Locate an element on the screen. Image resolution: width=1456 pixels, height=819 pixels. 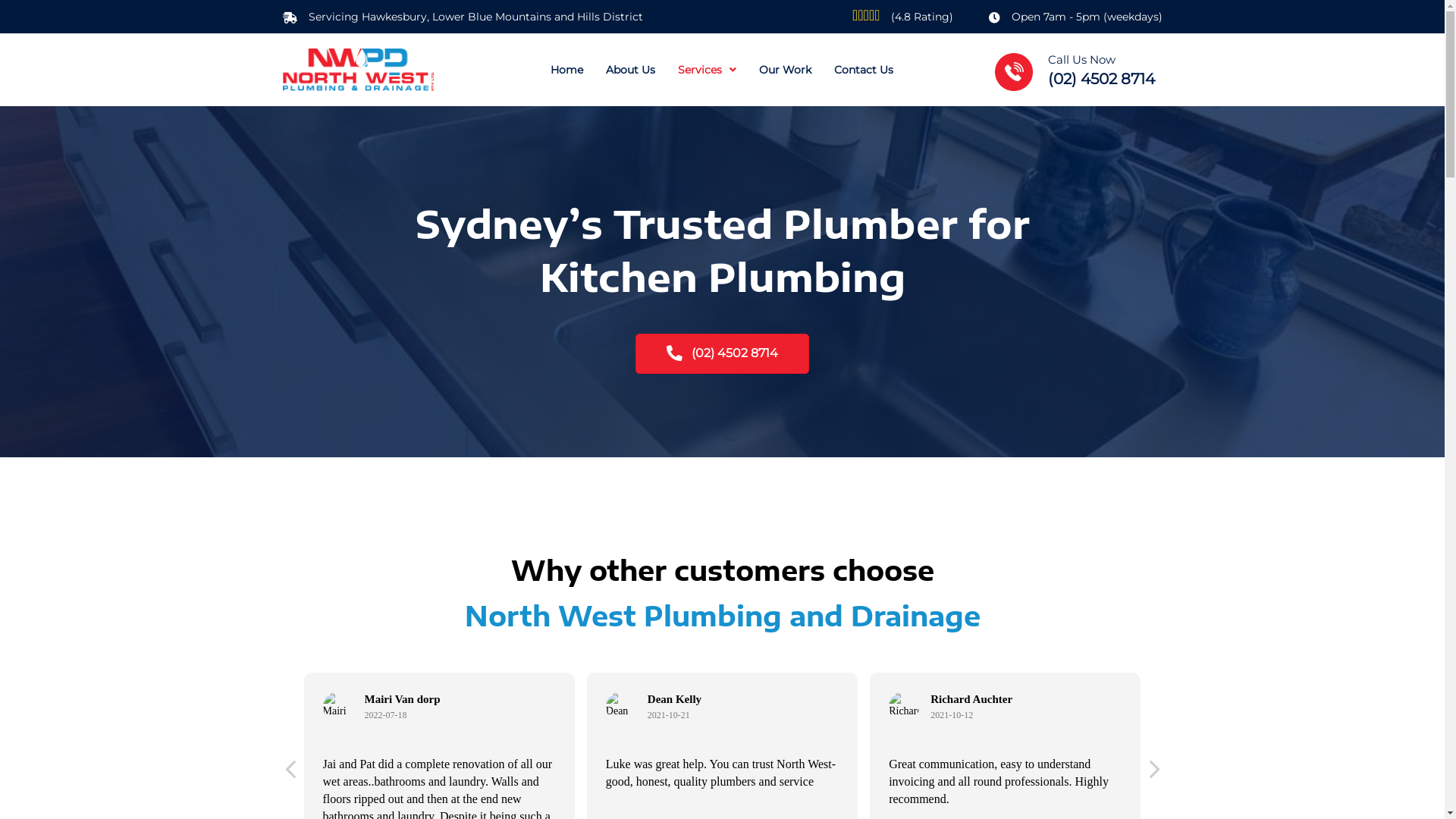
'logo' is located at coordinates (356, 70).